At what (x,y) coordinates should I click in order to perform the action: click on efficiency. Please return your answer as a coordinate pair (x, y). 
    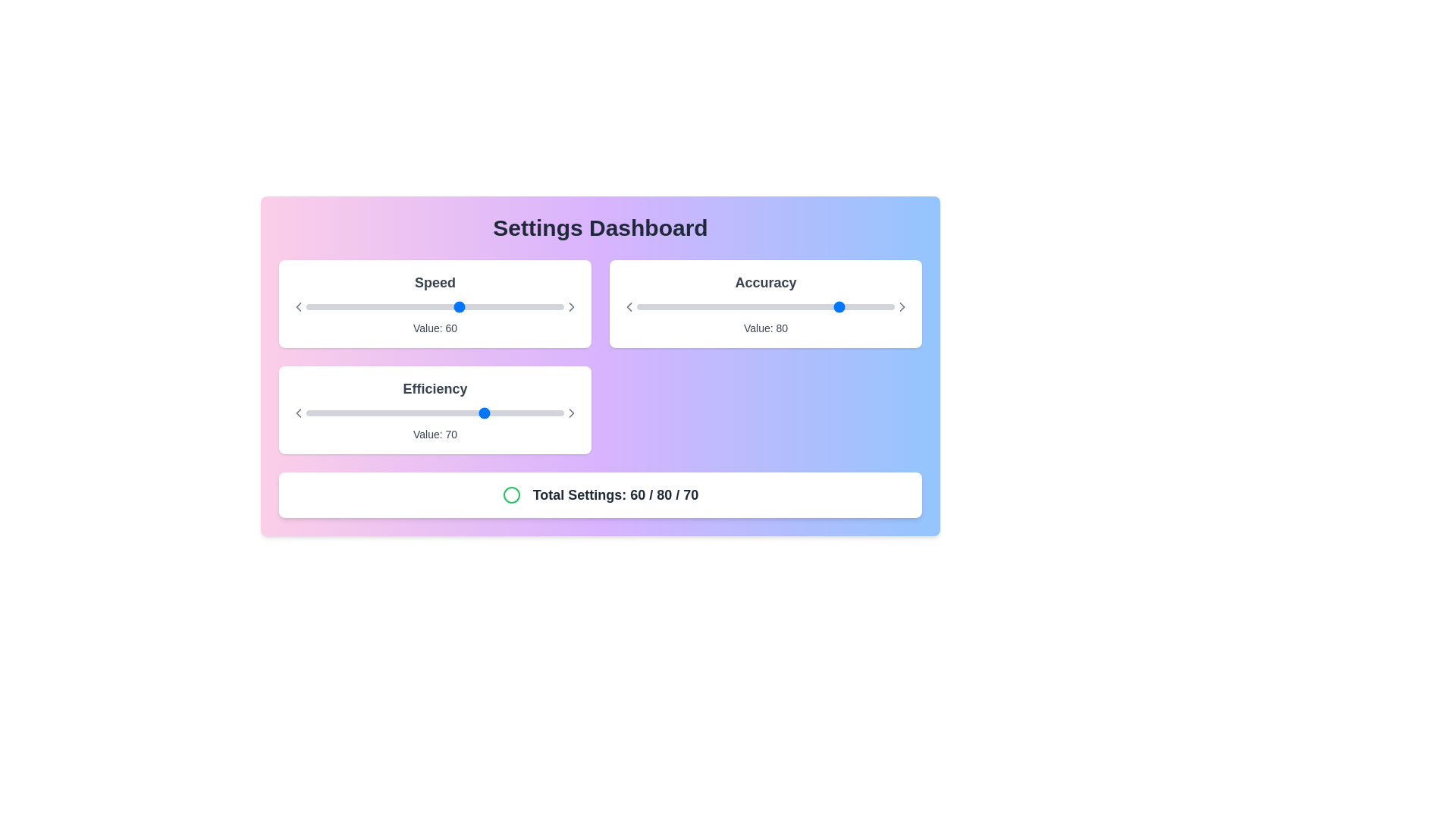
    Looking at the image, I should click on (341, 413).